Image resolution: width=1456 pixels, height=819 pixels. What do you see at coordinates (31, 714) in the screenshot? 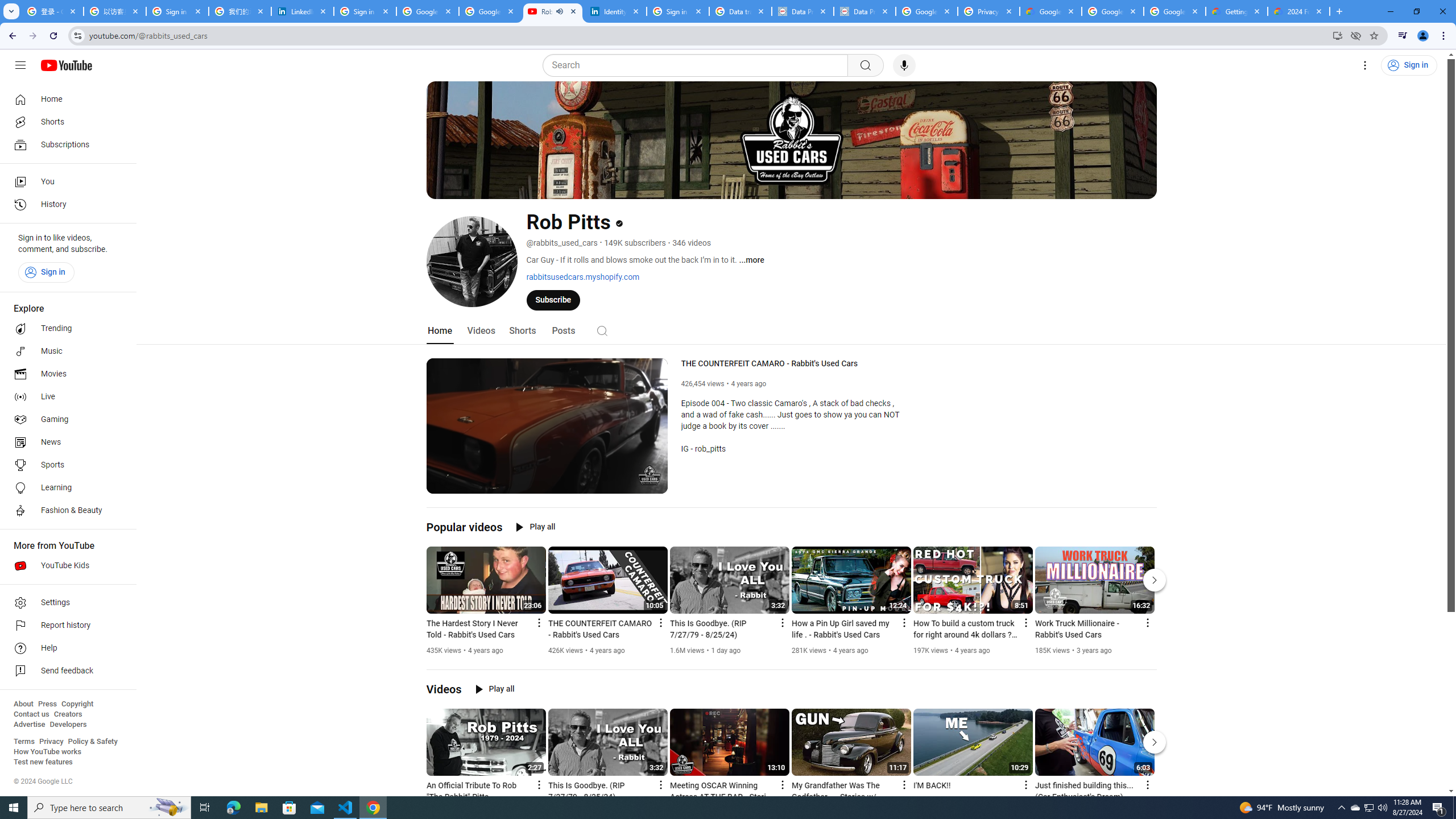
I see `'Contact us'` at bounding box center [31, 714].